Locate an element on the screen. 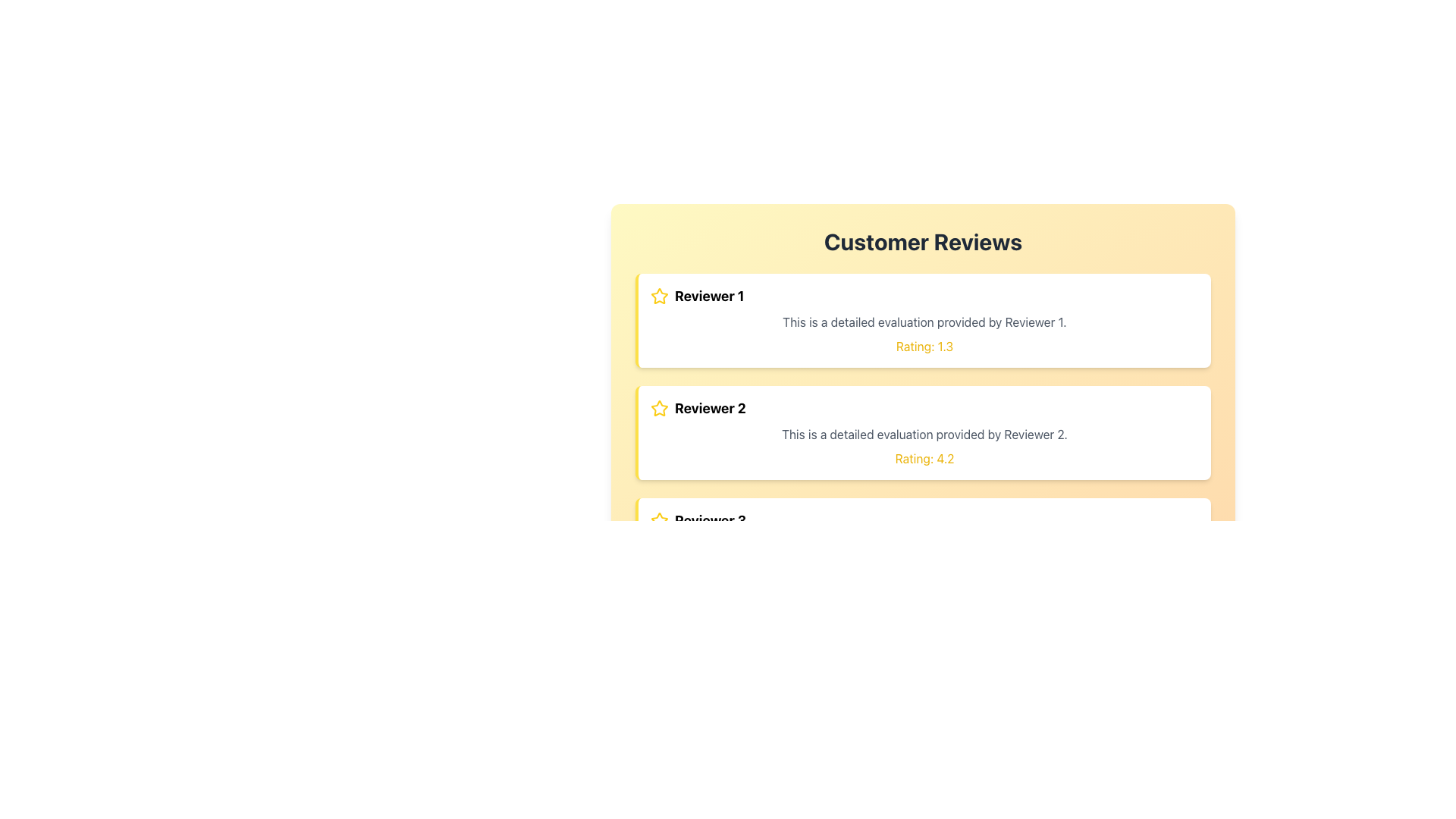  review details from the second review card titled 'Reviewer 2' in the 'Customer Reviews' section is located at coordinates (922, 432).